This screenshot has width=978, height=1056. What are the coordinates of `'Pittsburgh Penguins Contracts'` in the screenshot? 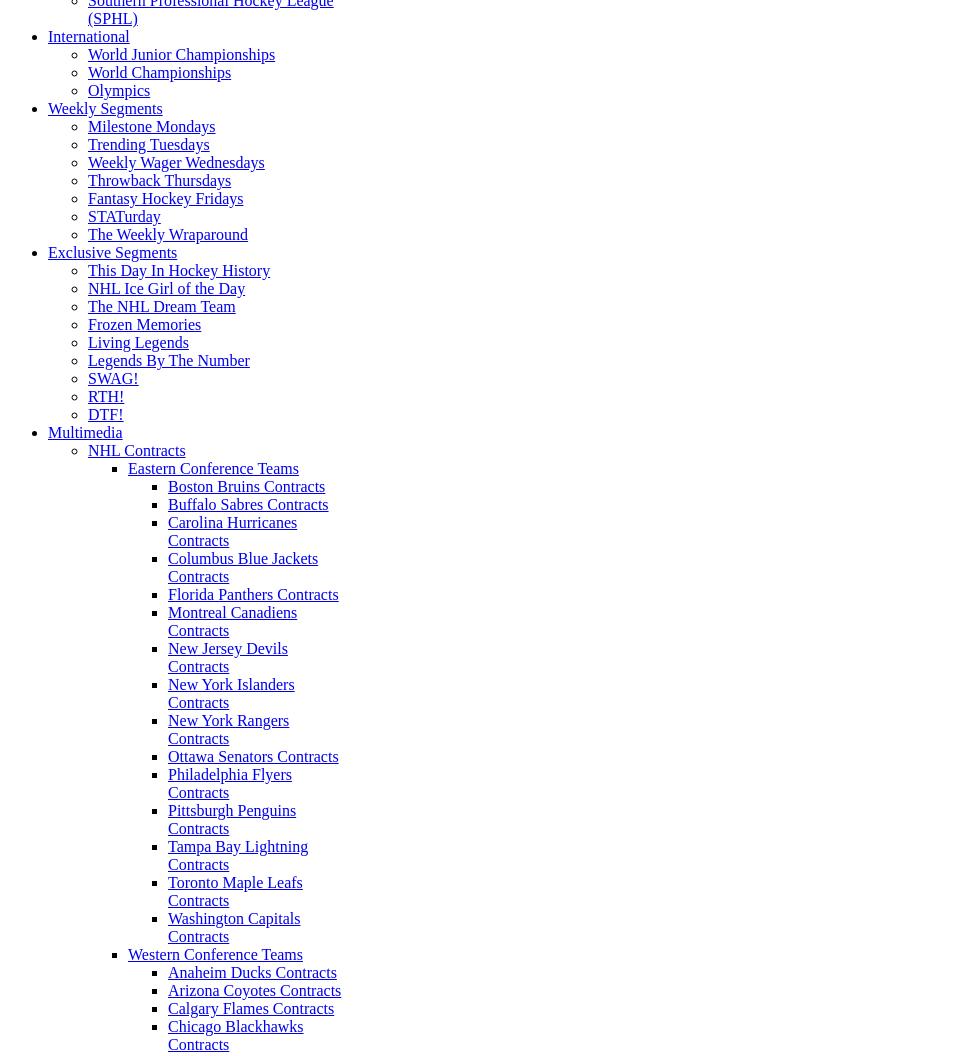 It's located at (231, 819).